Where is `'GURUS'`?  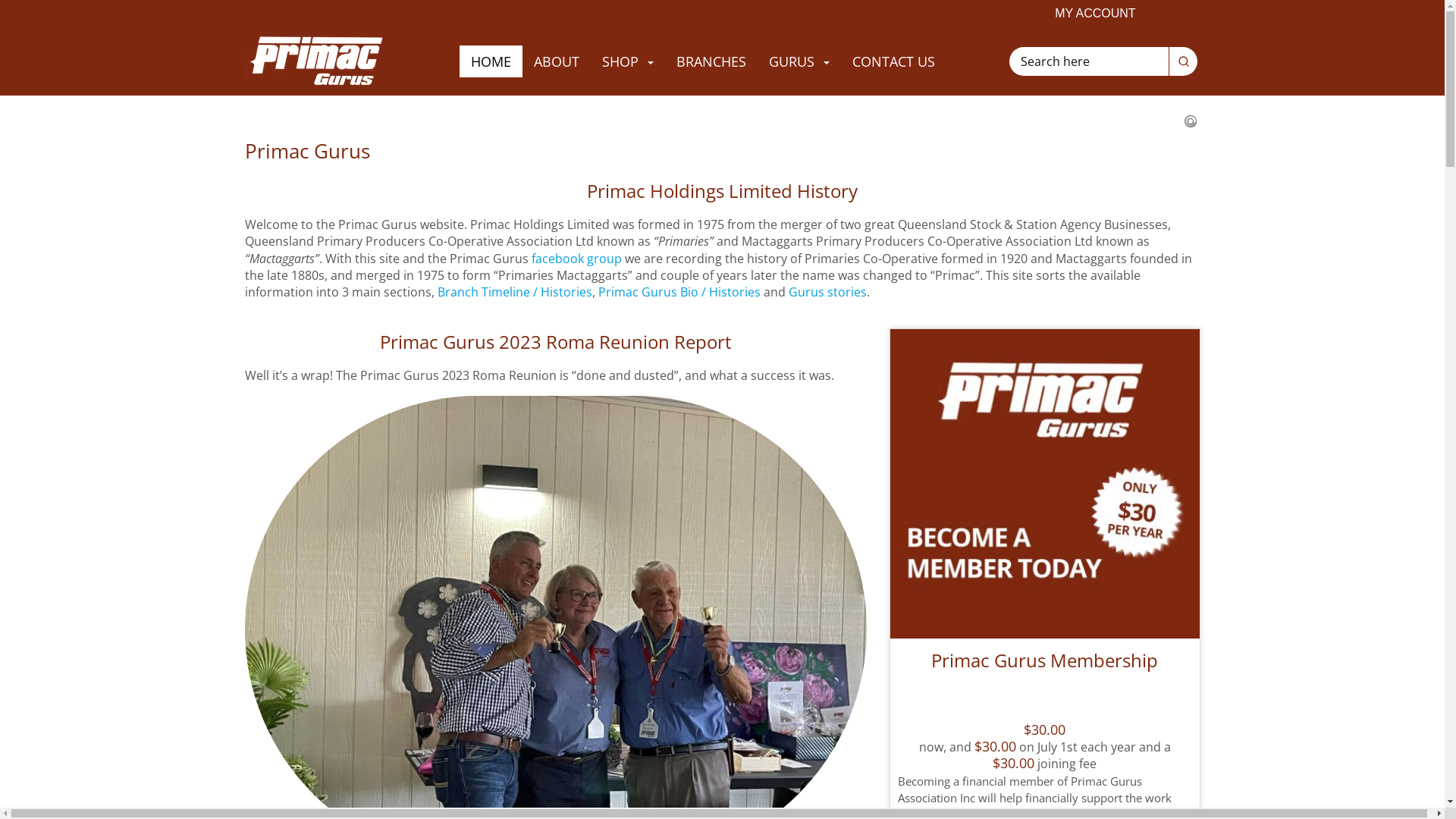 'GURUS' is located at coordinates (757, 61).